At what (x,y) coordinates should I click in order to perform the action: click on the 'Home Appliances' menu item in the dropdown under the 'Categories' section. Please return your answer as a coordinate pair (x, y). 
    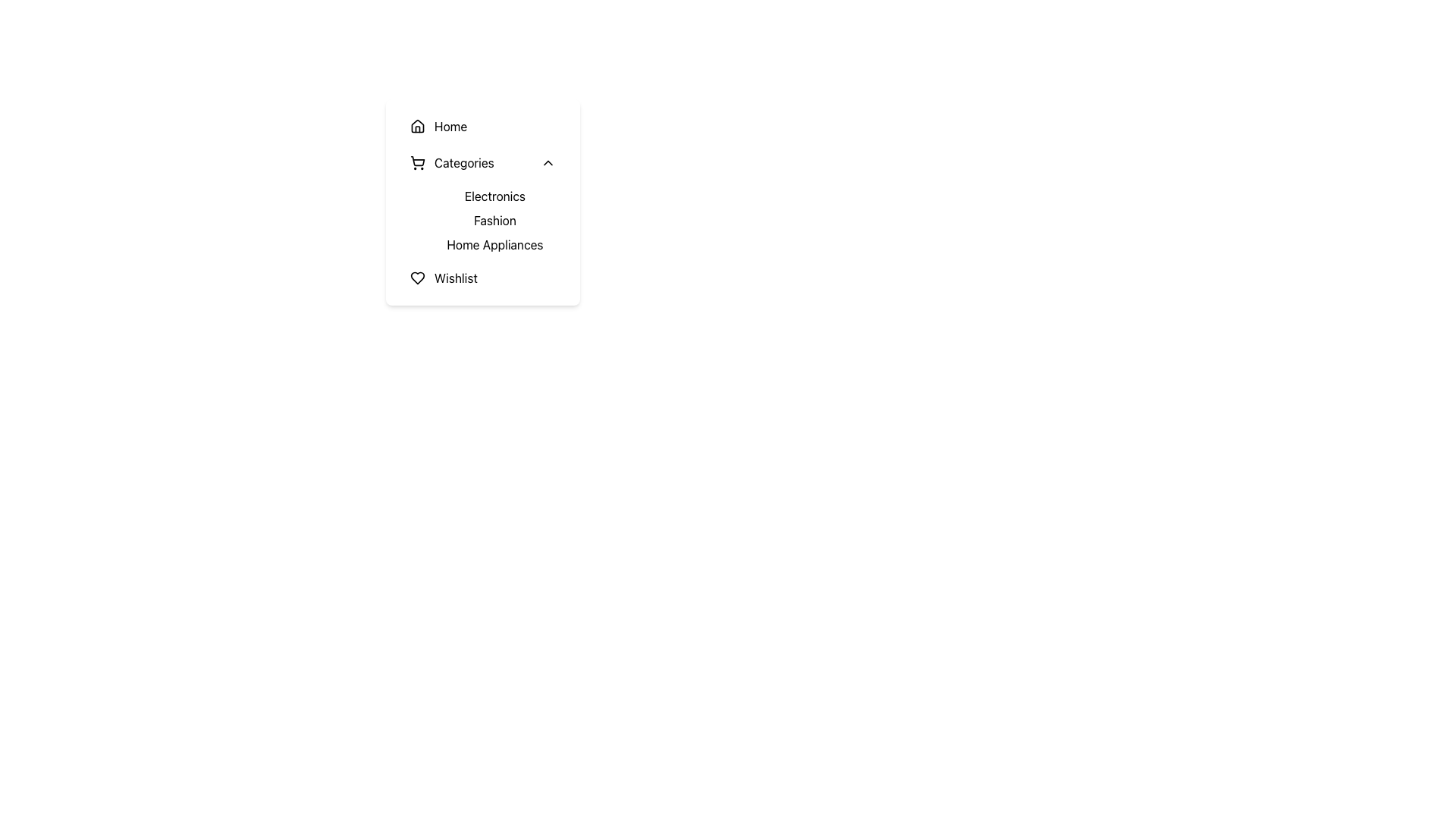
    Looking at the image, I should click on (494, 244).